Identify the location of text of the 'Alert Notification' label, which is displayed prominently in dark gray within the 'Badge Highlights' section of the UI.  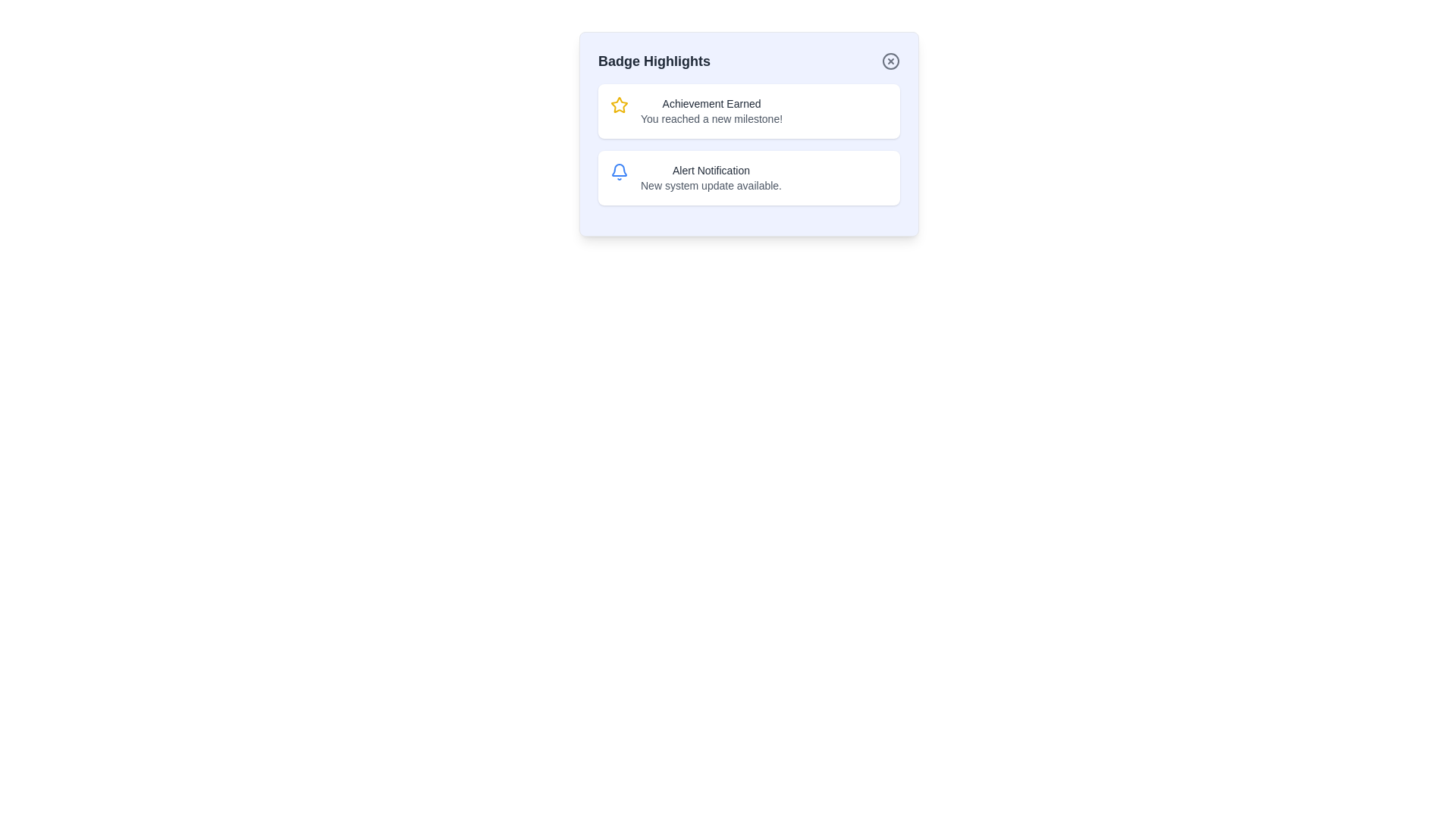
(710, 170).